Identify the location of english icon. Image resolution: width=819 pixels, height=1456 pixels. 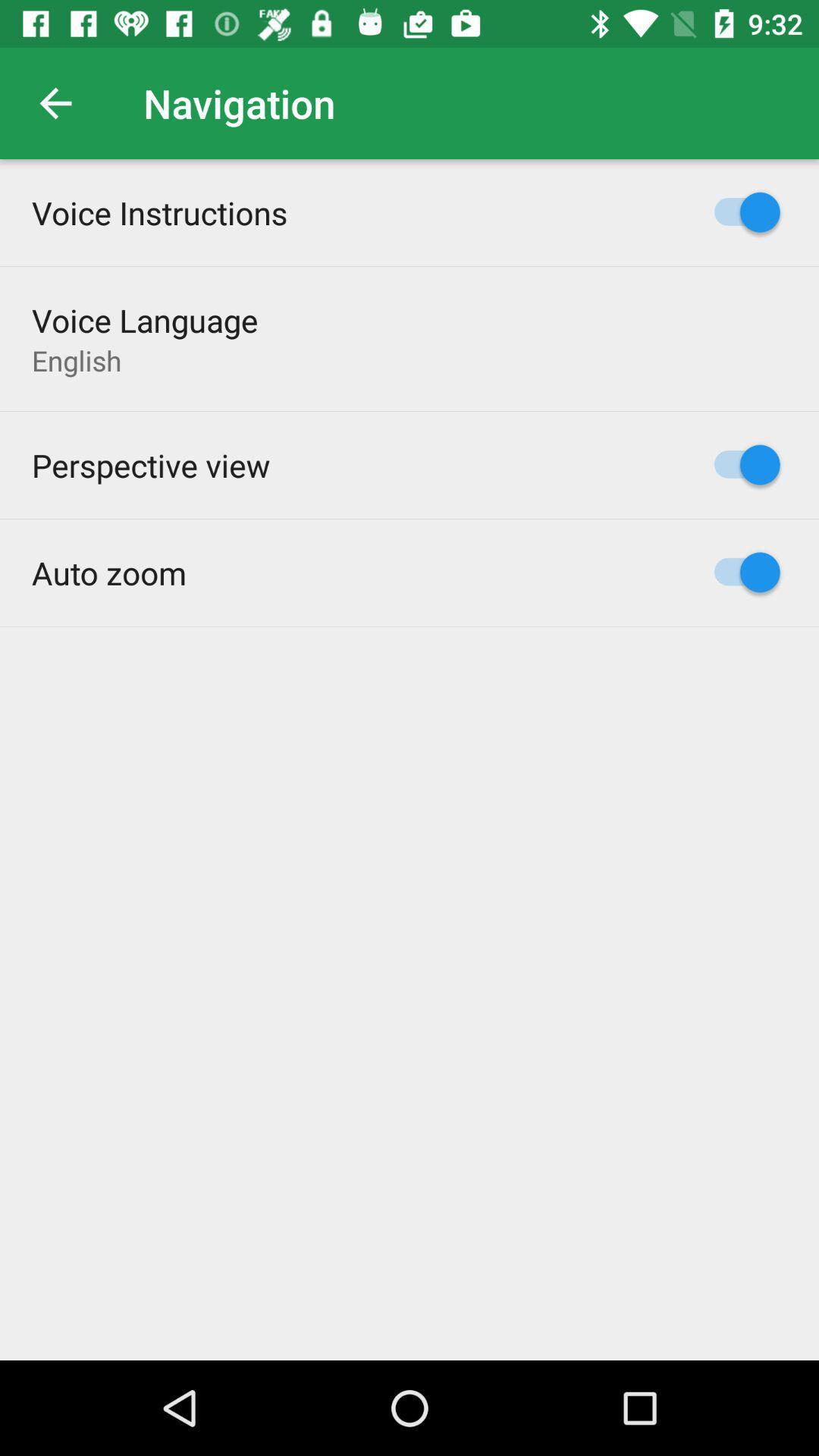
(77, 359).